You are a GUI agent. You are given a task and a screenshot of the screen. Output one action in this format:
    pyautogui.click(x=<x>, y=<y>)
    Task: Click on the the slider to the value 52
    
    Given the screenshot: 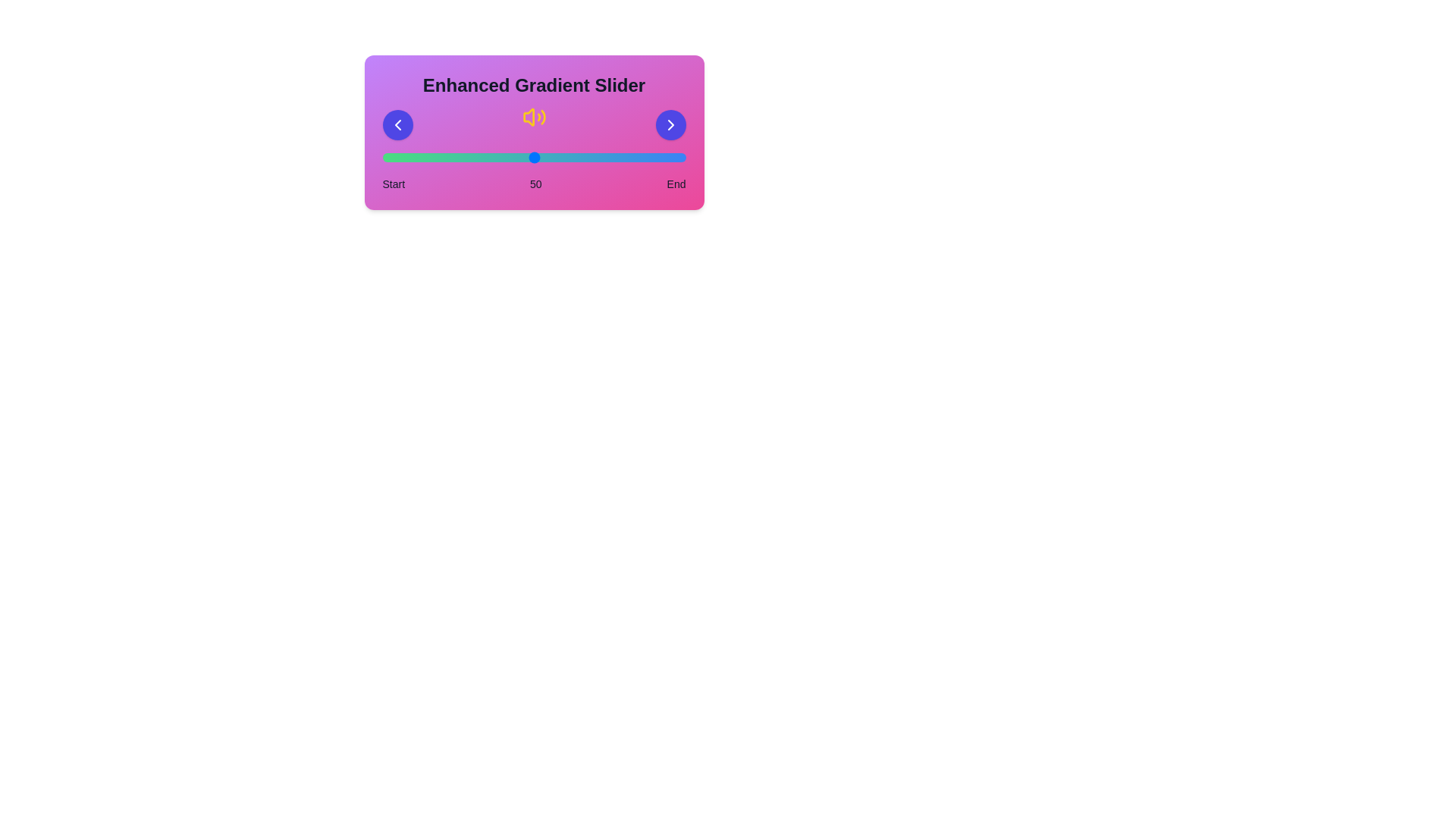 What is the action you would take?
    pyautogui.click(x=540, y=158)
    